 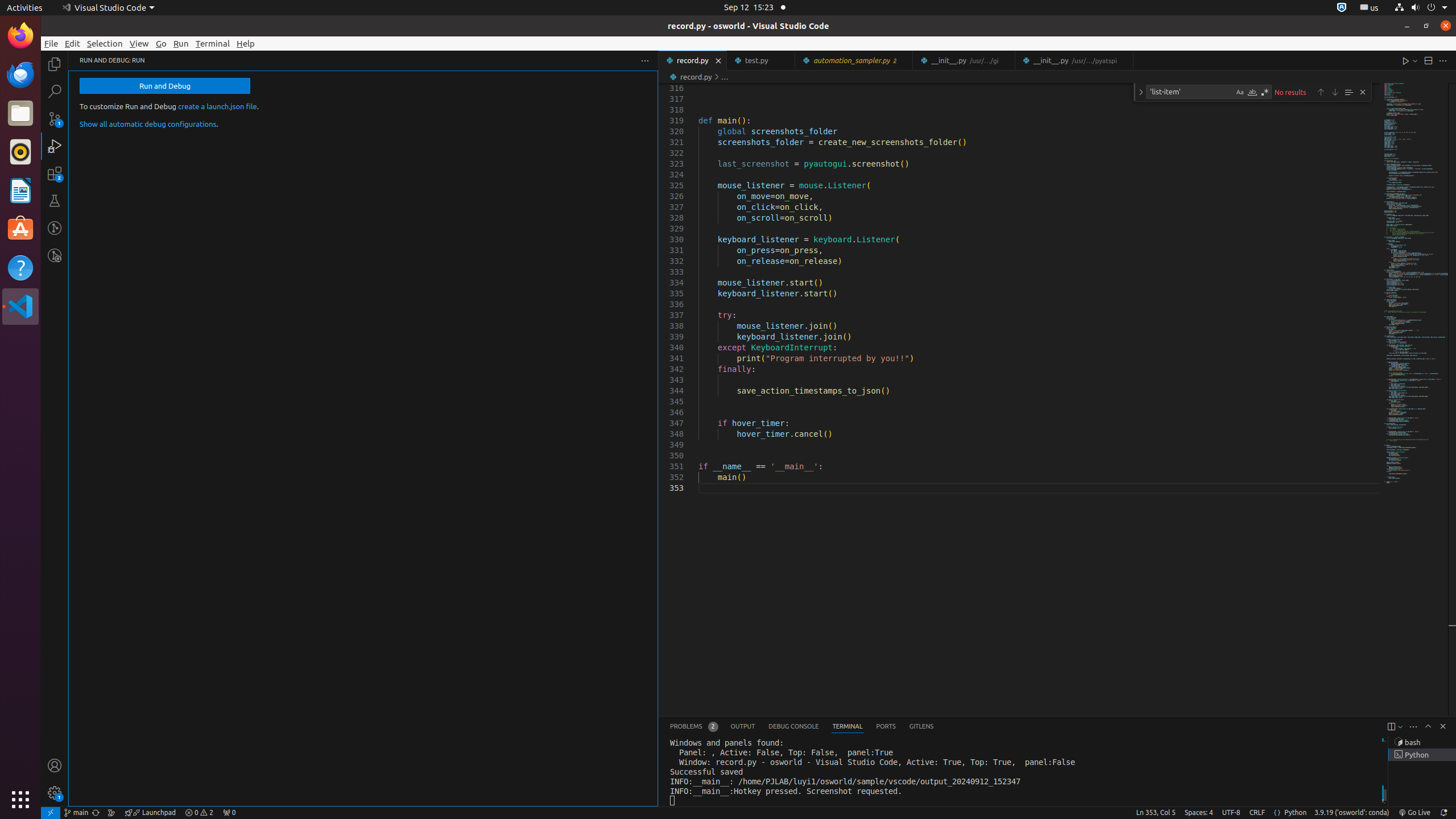 What do you see at coordinates (164, 85) in the screenshot?
I see `'Run and Debug'` at bounding box center [164, 85].